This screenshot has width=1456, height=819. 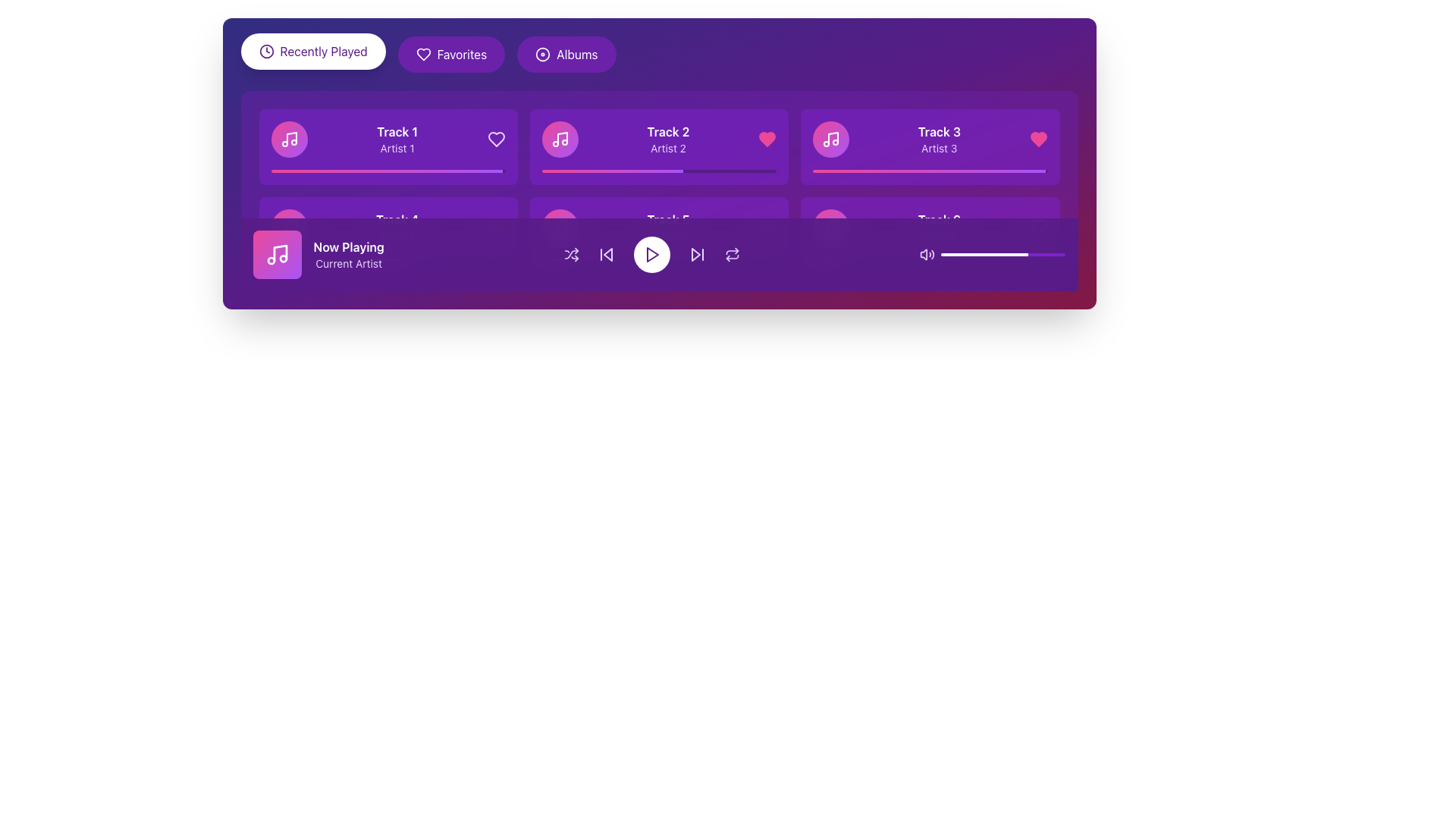 I want to click on the music icon, which is a sleek, modern representation of a musical note within a circular gradient background transitioning from pink to purple, located to the left of the label 'Now Playing', so click(x=289, y=227).